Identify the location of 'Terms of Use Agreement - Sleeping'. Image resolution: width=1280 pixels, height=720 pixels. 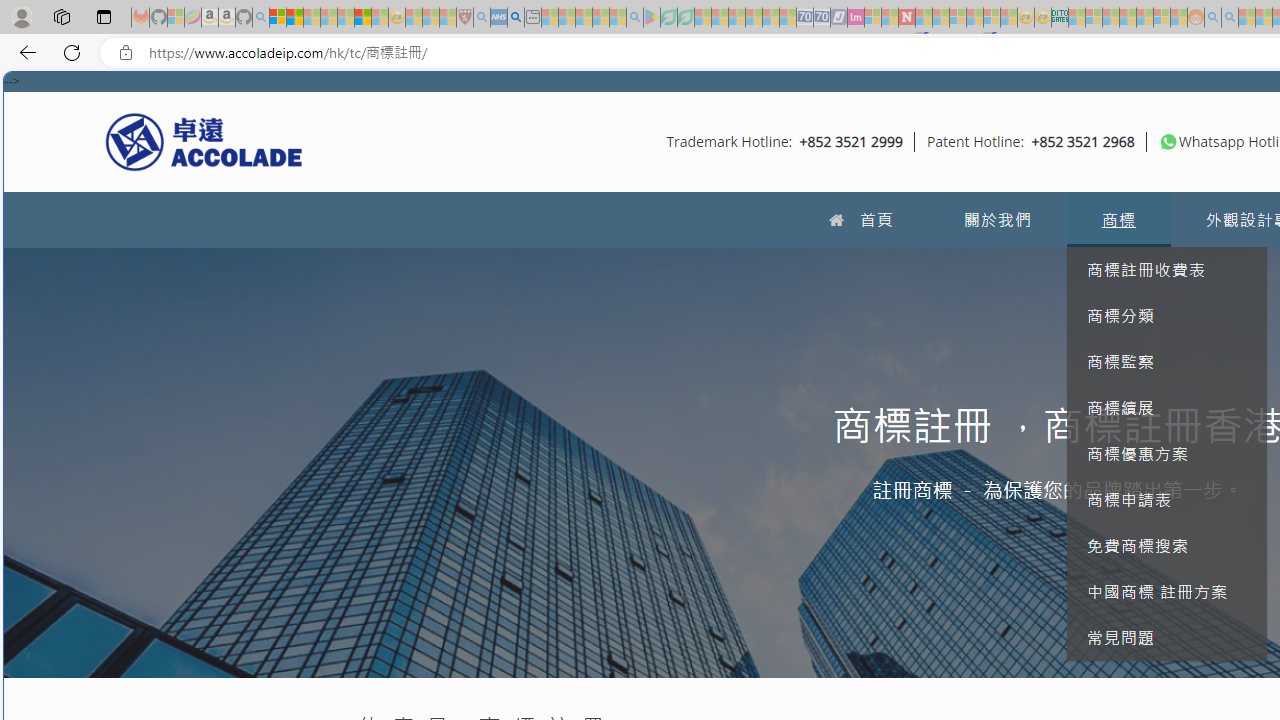
(668, 17).